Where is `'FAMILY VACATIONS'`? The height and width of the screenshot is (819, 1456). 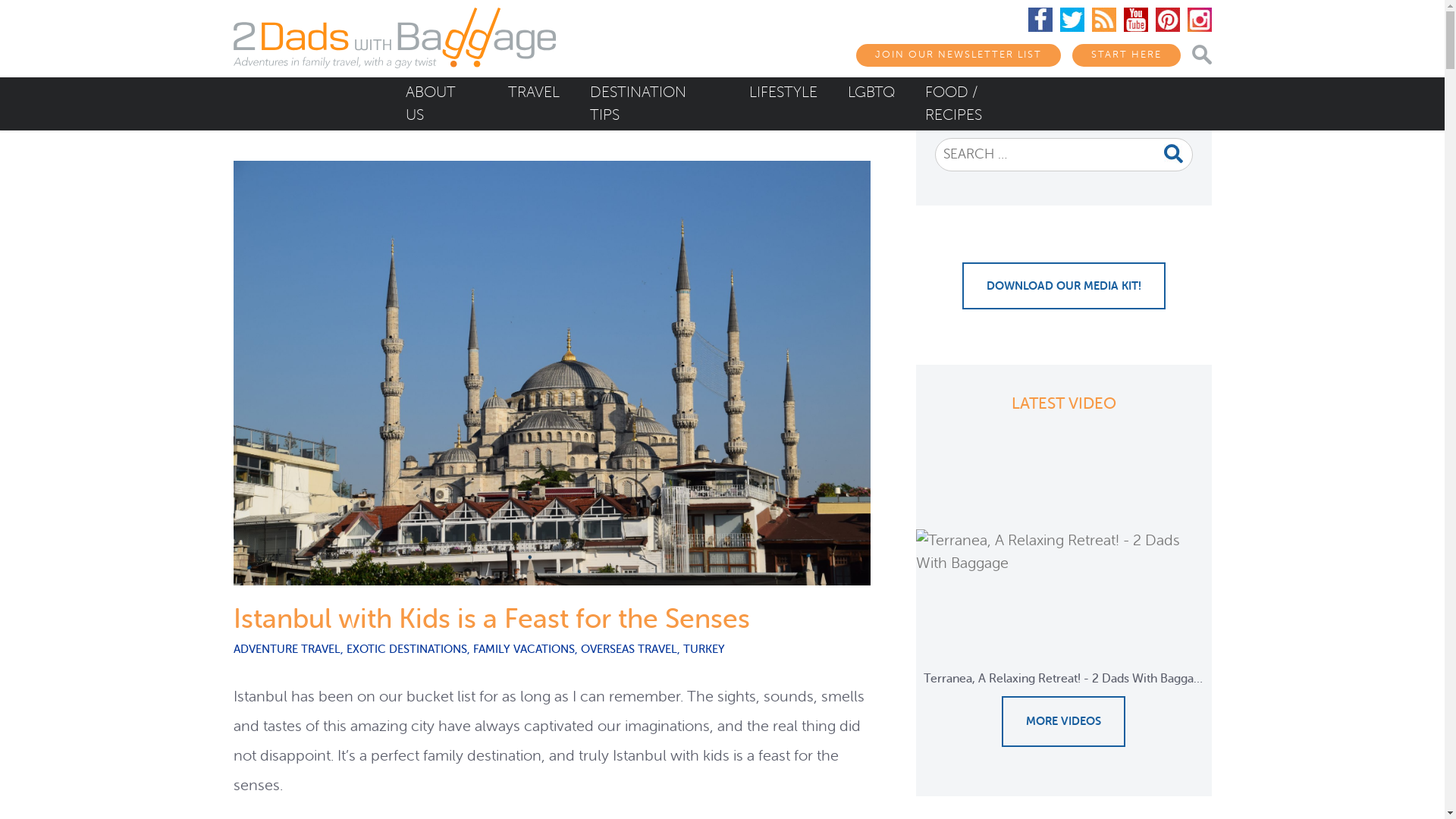 'FAMILY VACATIONS' is located at coordinates (524, 648).